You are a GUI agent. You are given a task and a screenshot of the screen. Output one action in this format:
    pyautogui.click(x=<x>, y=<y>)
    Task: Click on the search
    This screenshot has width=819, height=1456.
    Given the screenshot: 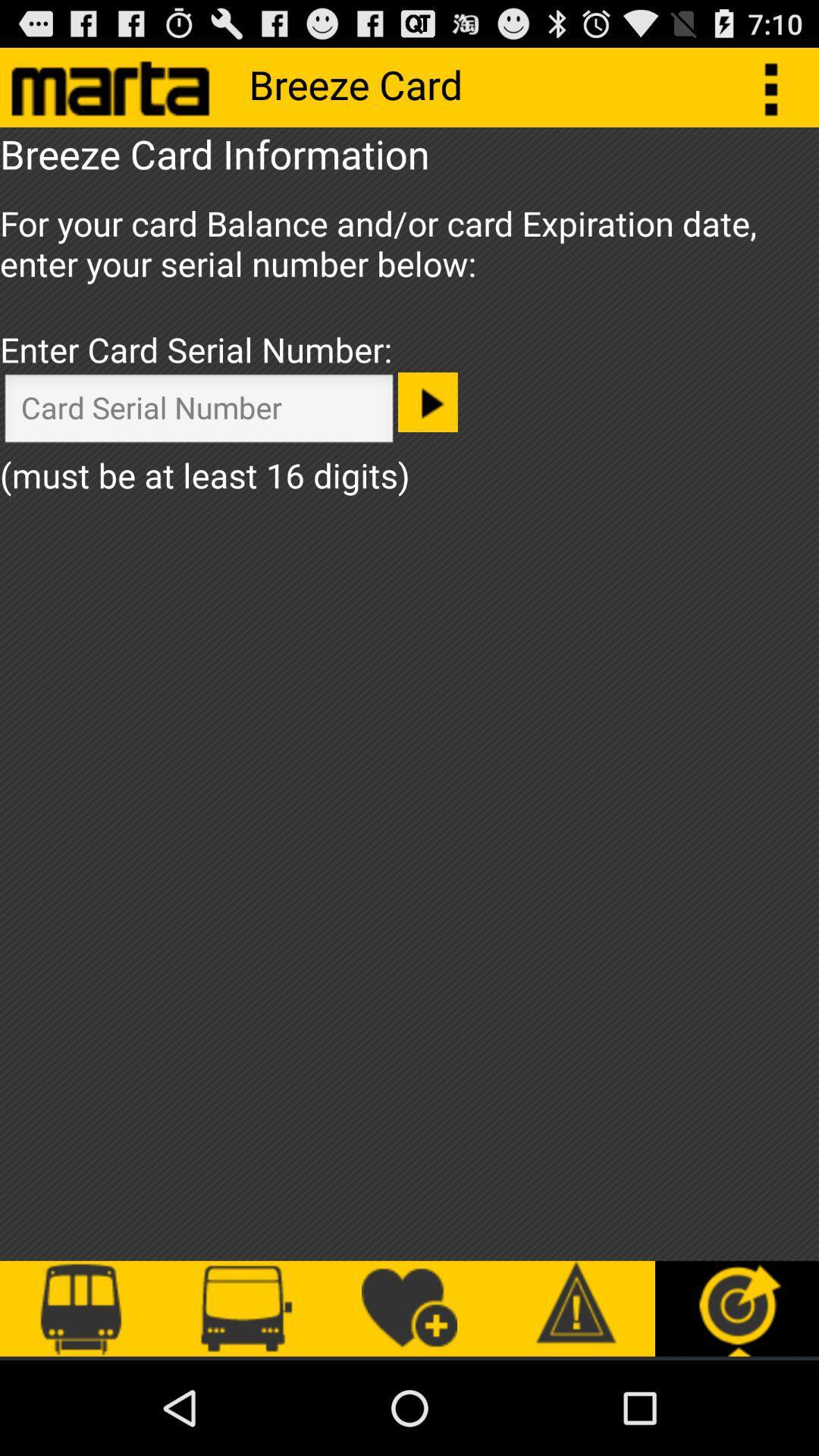 What is the action you would take?
    pyautogui.click(x=198, y=412)
    